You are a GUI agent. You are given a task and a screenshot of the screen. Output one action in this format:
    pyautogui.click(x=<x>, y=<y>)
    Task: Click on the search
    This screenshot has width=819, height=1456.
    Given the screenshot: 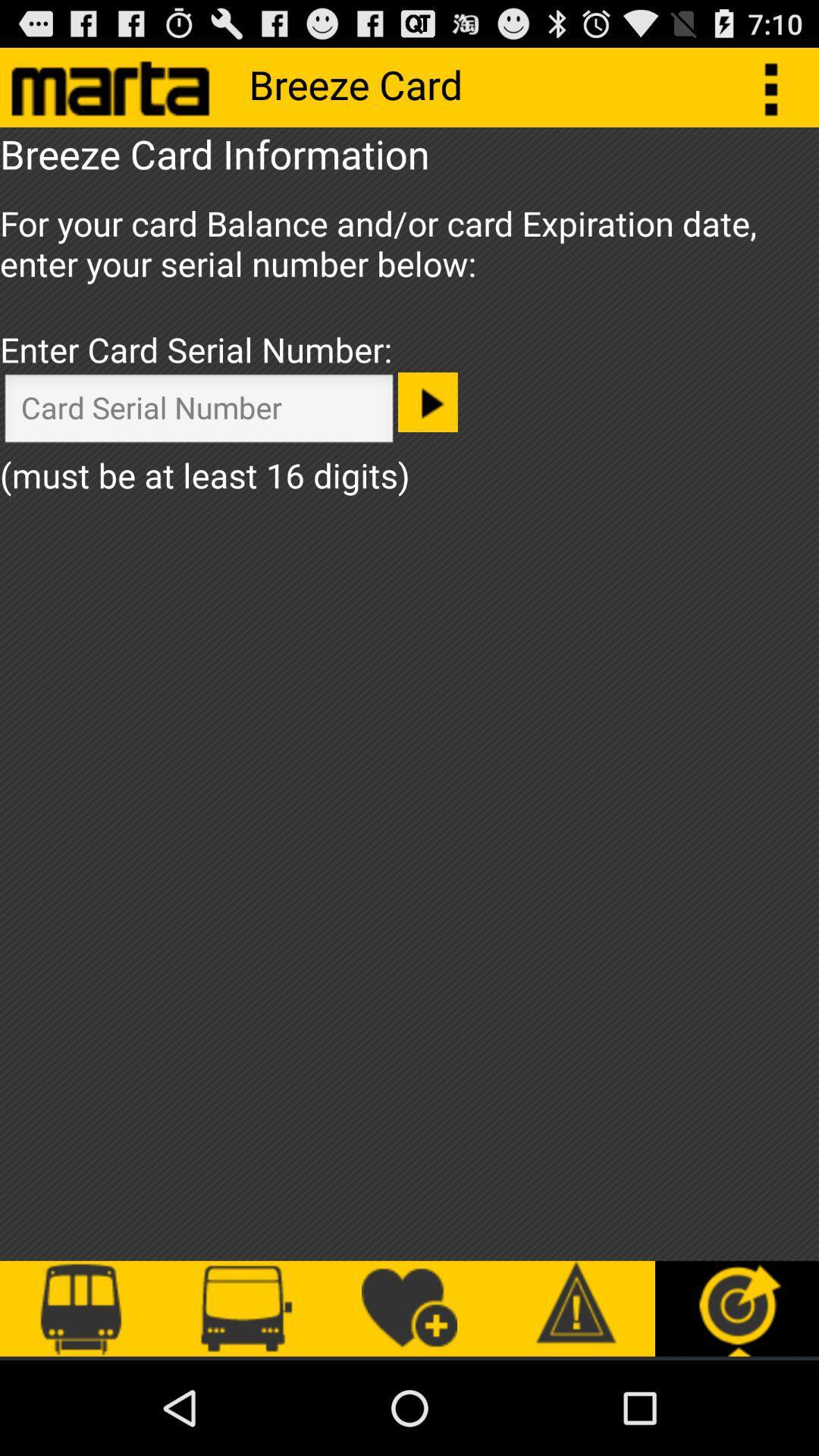 What is the action you would take?
    pyautogui.click(x=198, y=412)
    